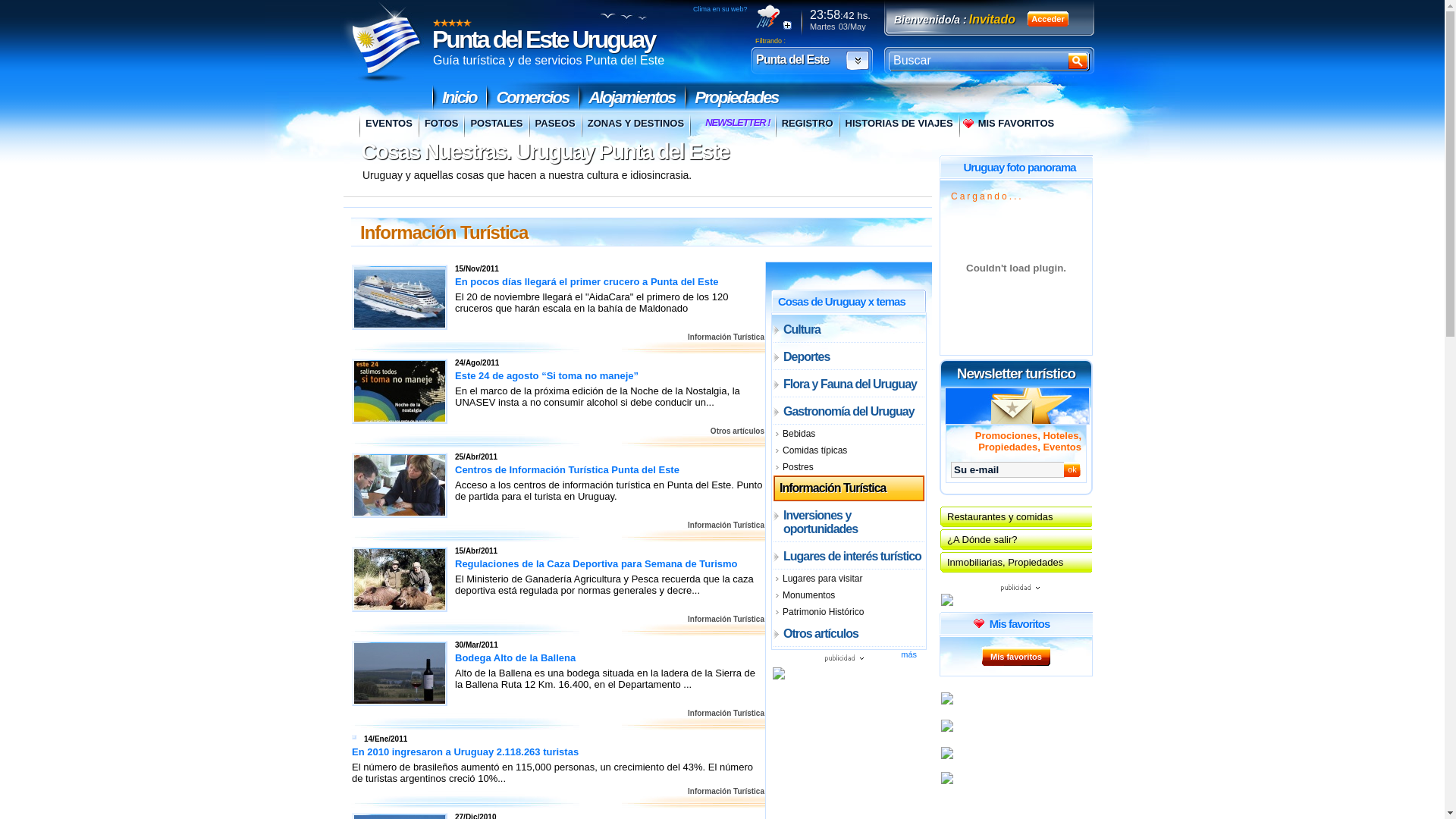 The width and height of the screenshot is (1456, 819). What do you see at coordinates (635, 124) in the screenshot?
I see `'ZONAS Y DESTINOS'` at bounding box center [635, 124].